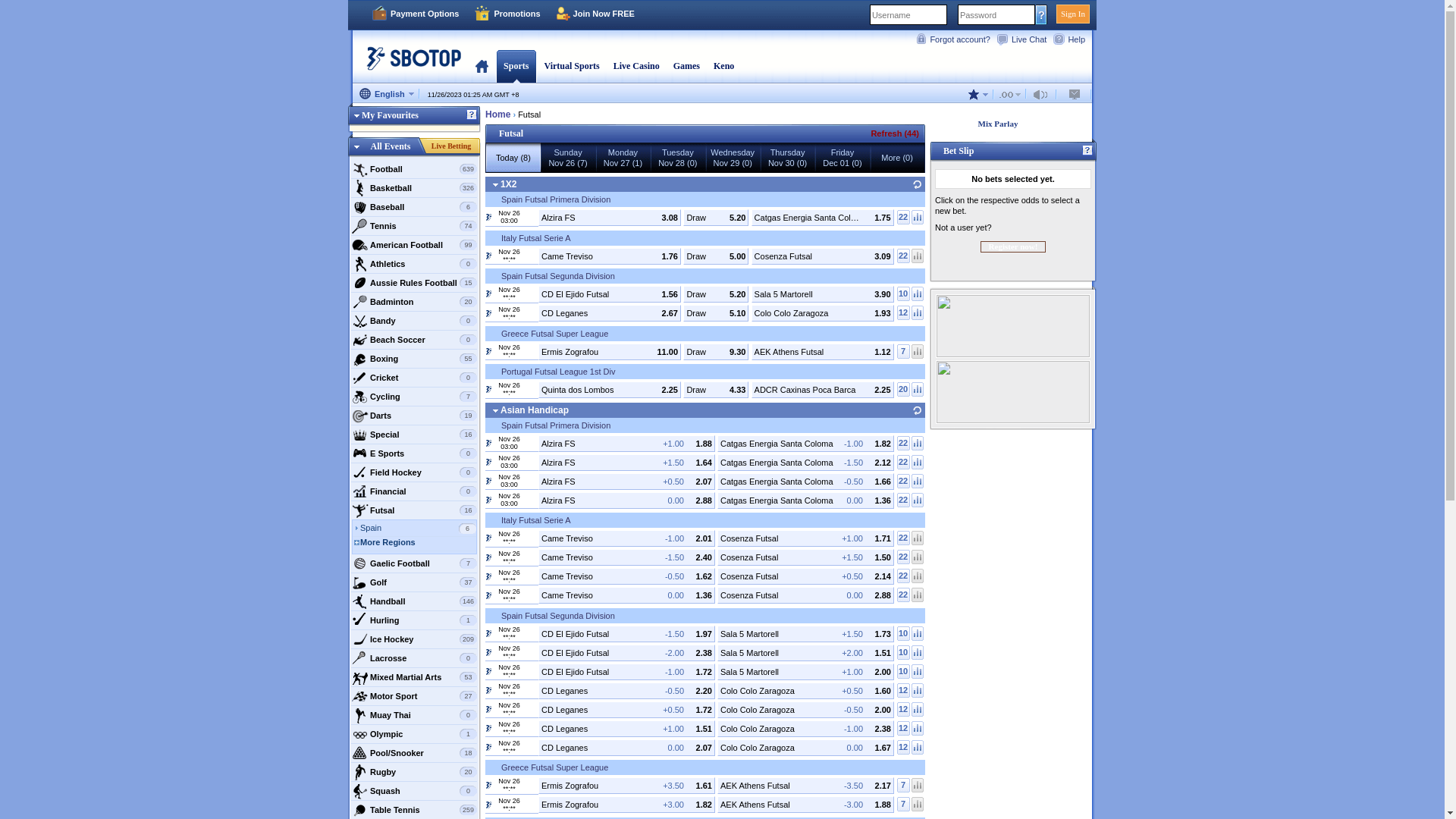 Image resolution: width=1456 pixels, height=819 pixels. What do you see at coordinates (805, 690) in the screenshot?
I see `'1.60` at bounding box center [805, 690].